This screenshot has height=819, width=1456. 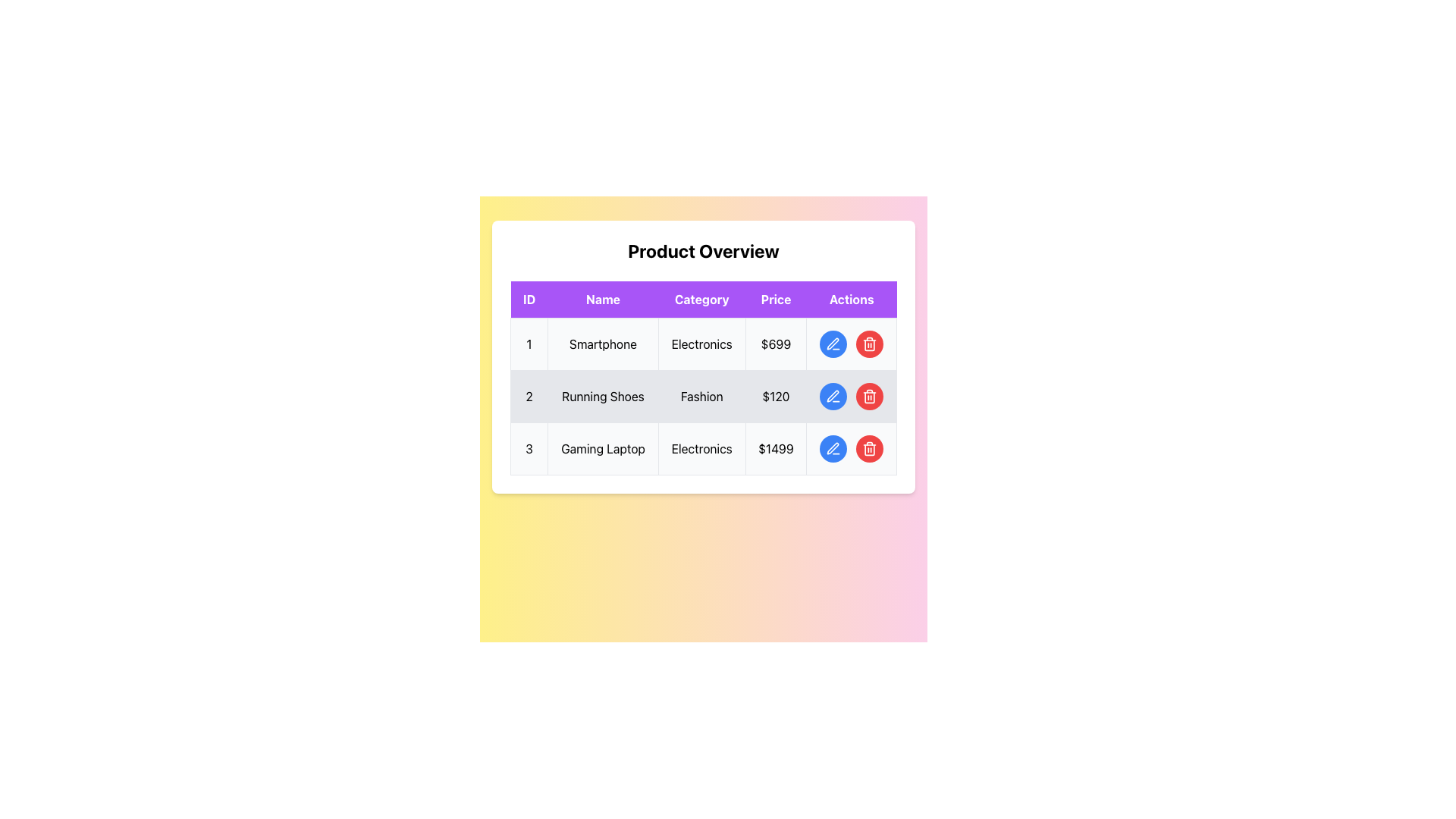 I want to click on the purple header row of the table containing the labels 'ID', 'Name', 'Category', 'Price', and 'Actions' to interact with any content under the header, so click(x=702, y=299).